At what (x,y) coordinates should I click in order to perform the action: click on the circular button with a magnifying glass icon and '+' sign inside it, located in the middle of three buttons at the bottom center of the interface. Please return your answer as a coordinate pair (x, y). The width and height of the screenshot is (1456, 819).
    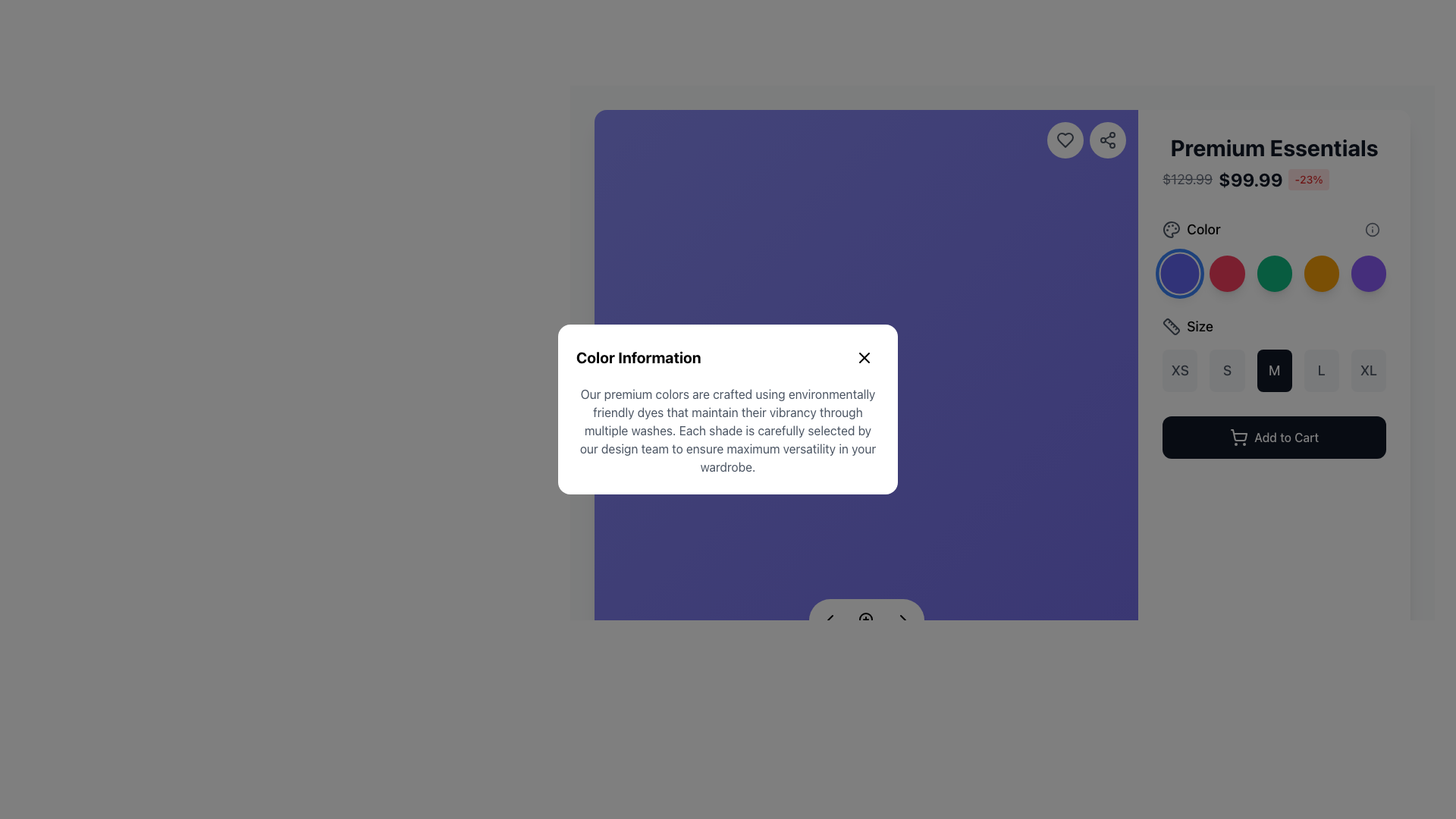
    Looking at the image, I should click on (866, 620).